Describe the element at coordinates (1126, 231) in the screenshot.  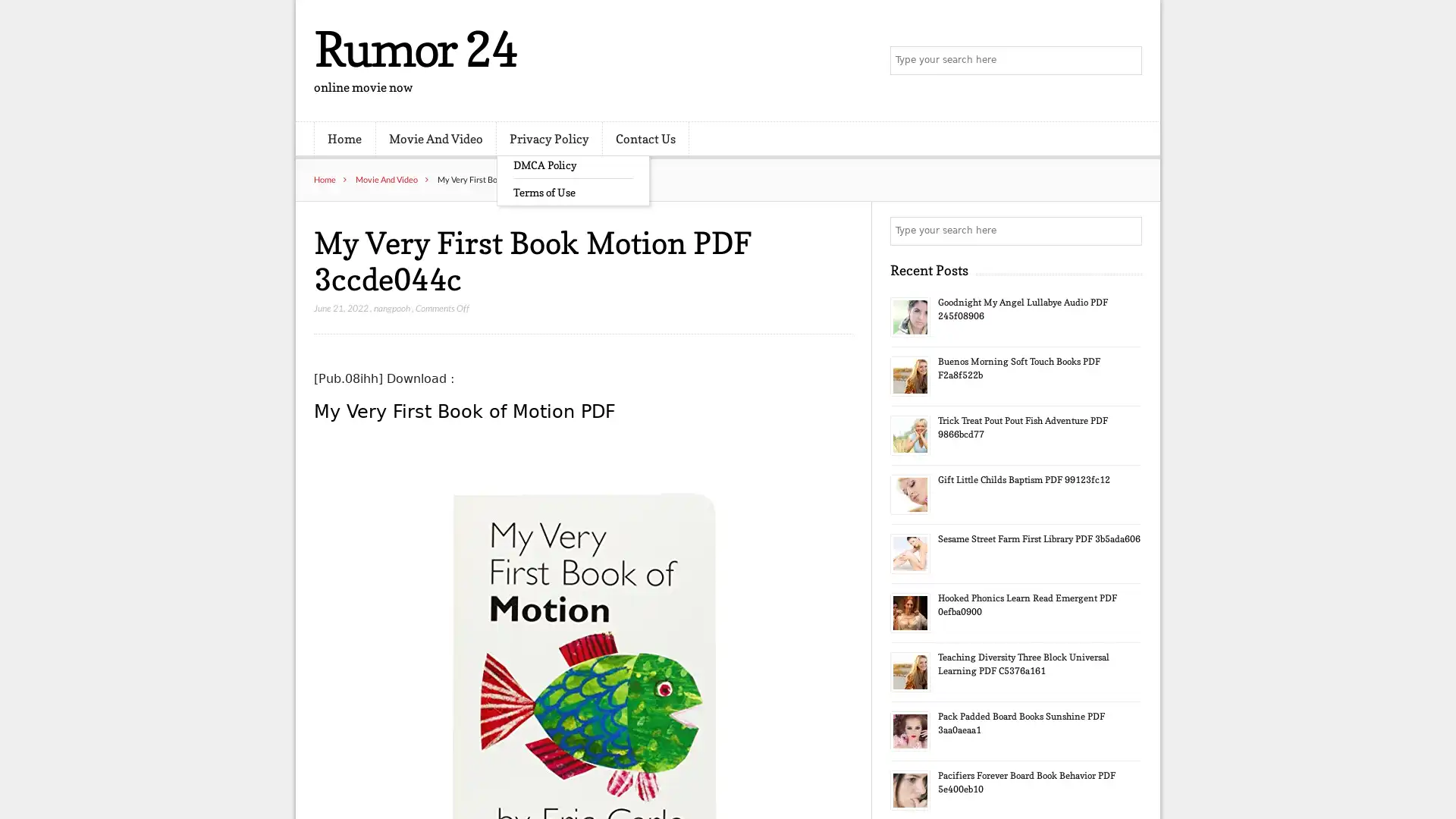
I see `Search` at that location.